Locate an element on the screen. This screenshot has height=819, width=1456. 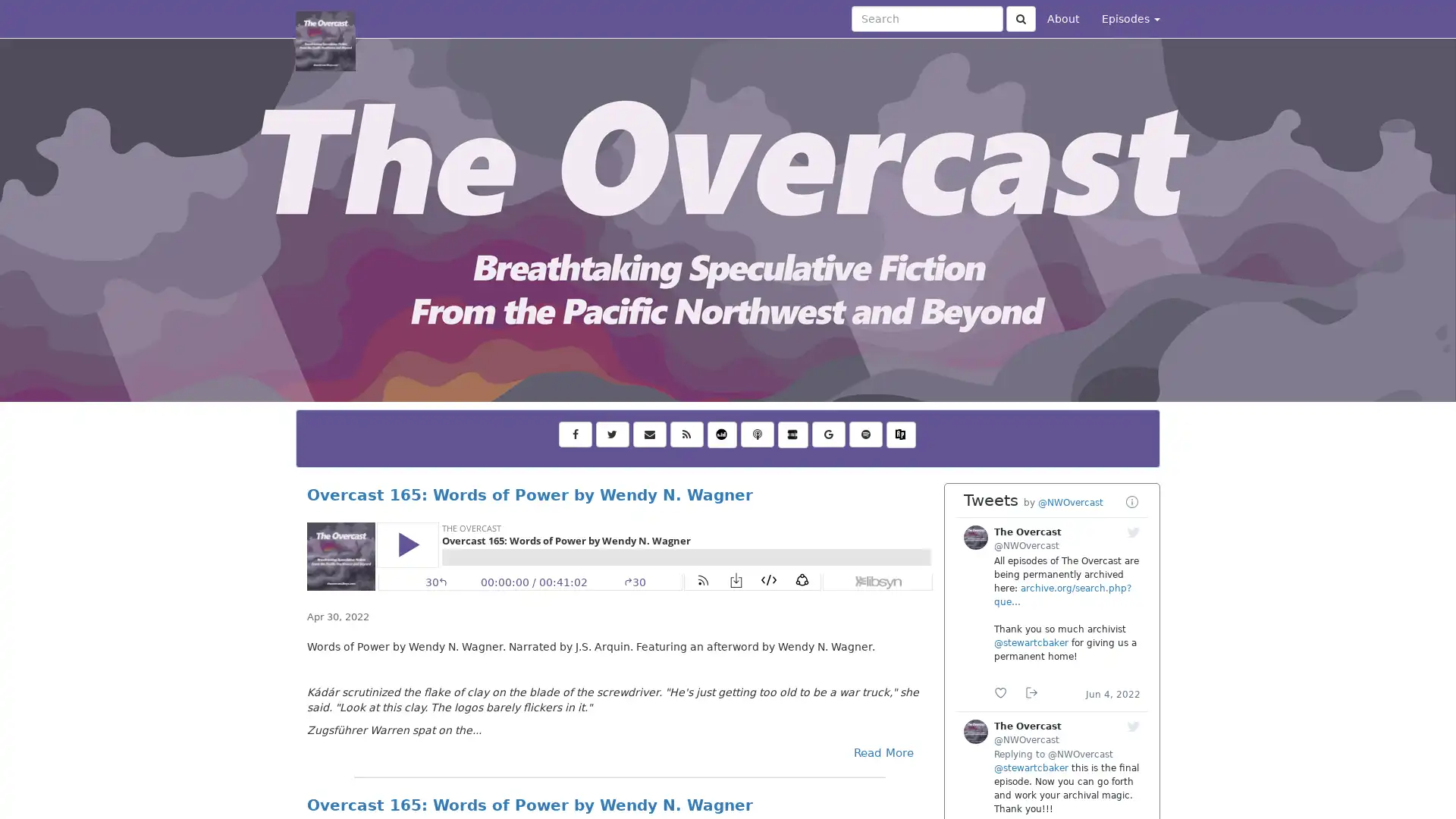
Click to submit search is located at coordinates (1021, 18).